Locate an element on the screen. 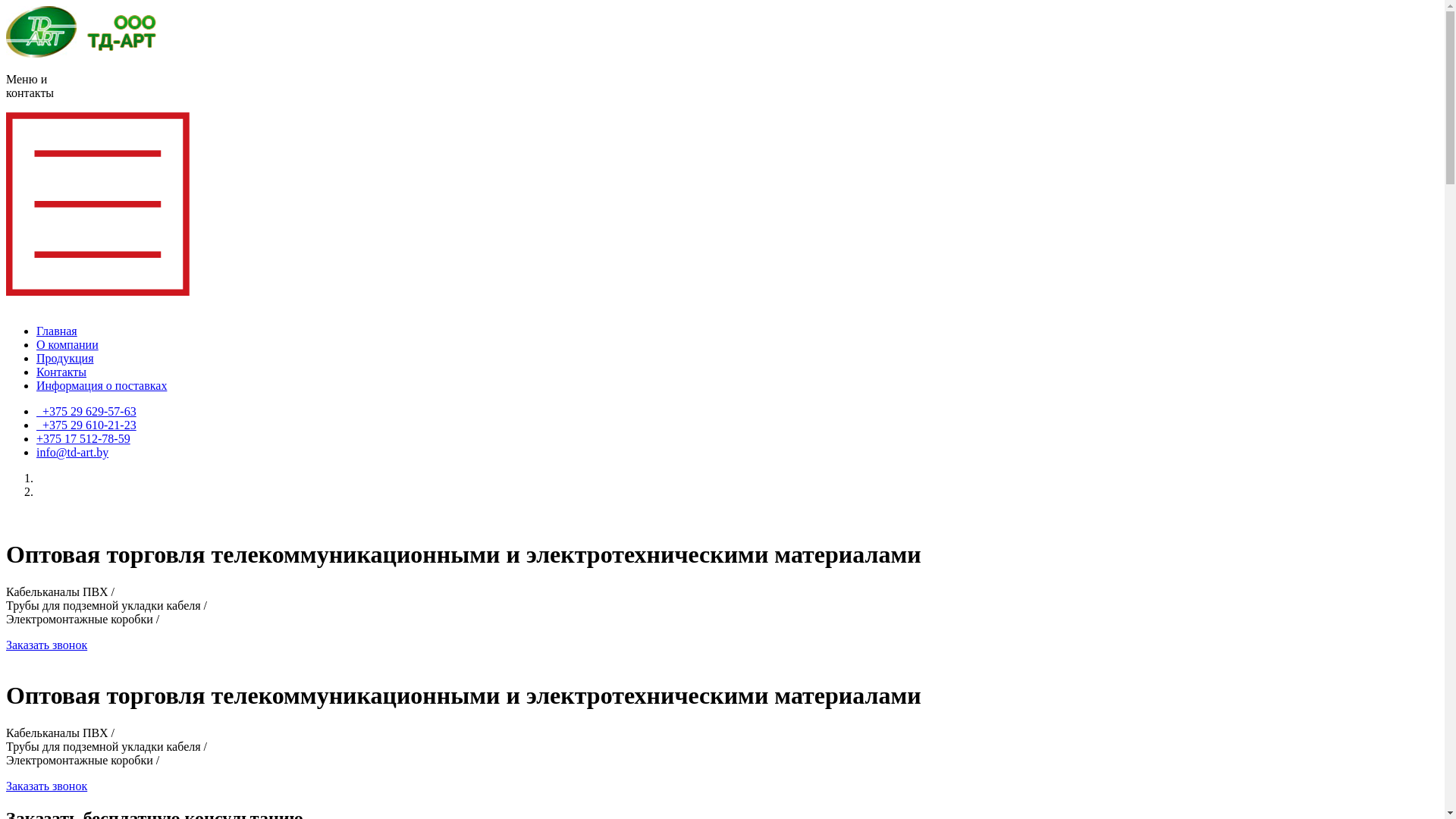 This screenshot has width=1456, height=819. '+375 29 610-21-23' is located at coordinates (86, 425).